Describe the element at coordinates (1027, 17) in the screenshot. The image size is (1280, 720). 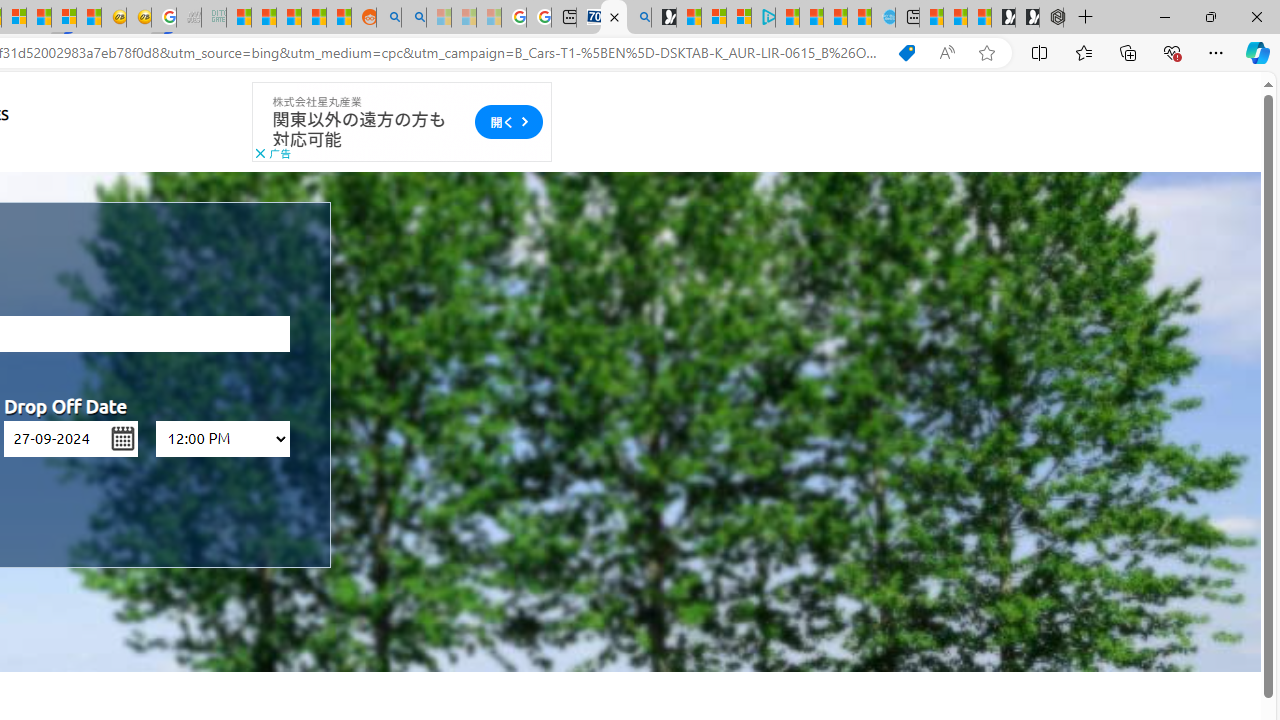
I see `'Play Free Online Games | Games from Microsoft Start'` at that location.